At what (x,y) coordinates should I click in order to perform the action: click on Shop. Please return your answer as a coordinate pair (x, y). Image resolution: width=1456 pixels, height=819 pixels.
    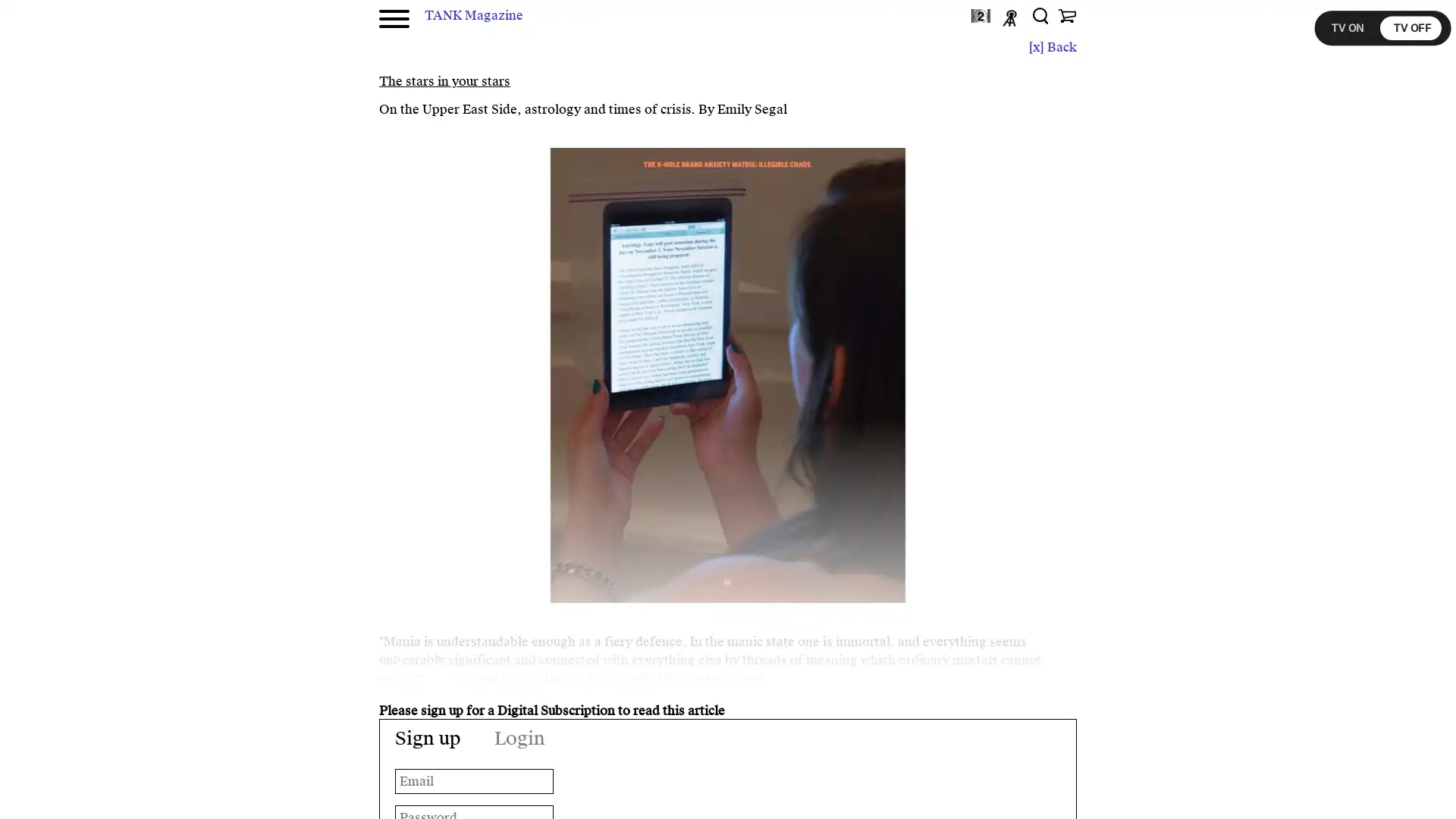
    Looking at the image, I should click on (1066, 15).